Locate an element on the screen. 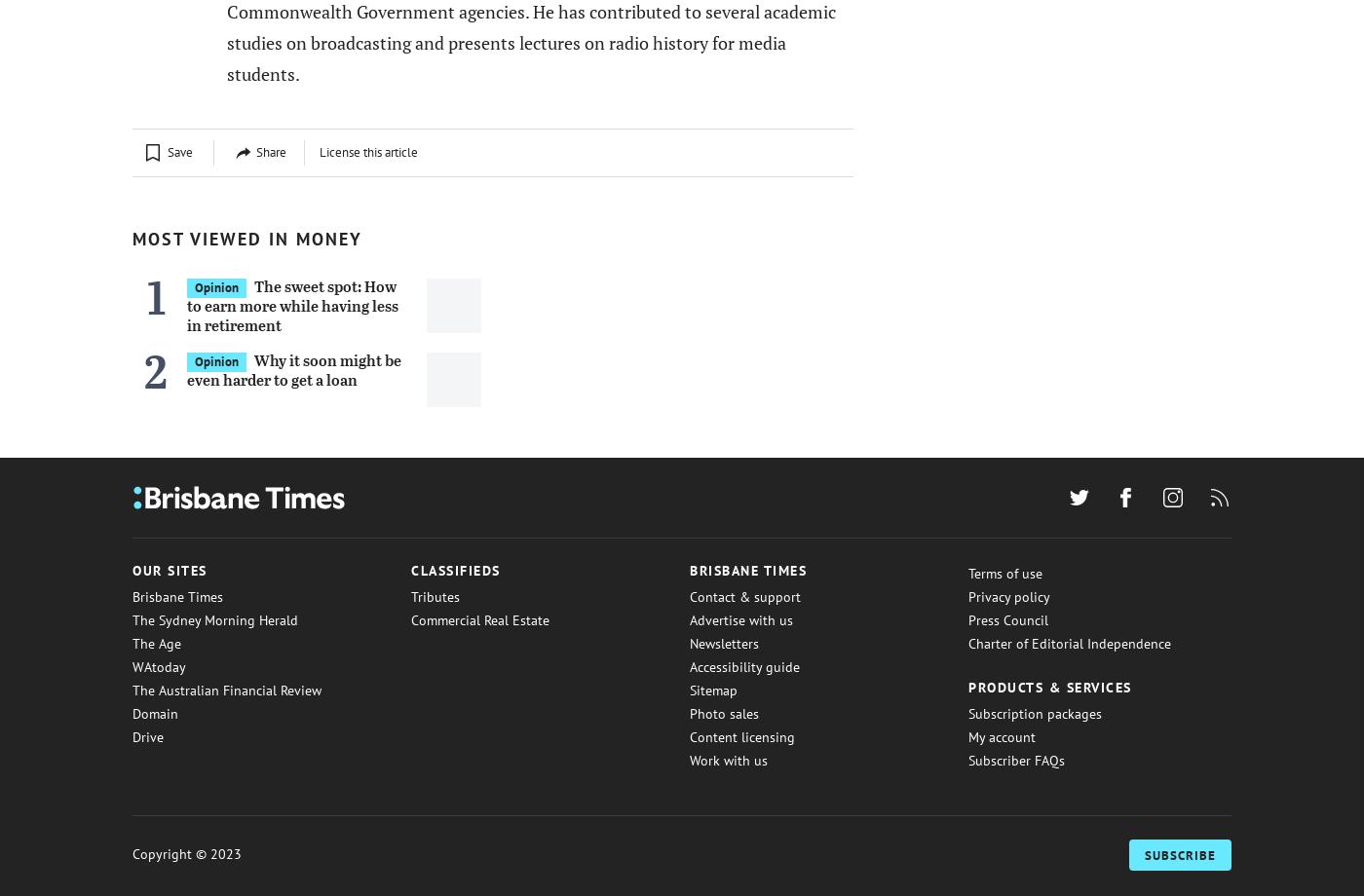 The height and width of the screenshot is (896, 1364). 'Tributes' is located at coordinates (436, 594).